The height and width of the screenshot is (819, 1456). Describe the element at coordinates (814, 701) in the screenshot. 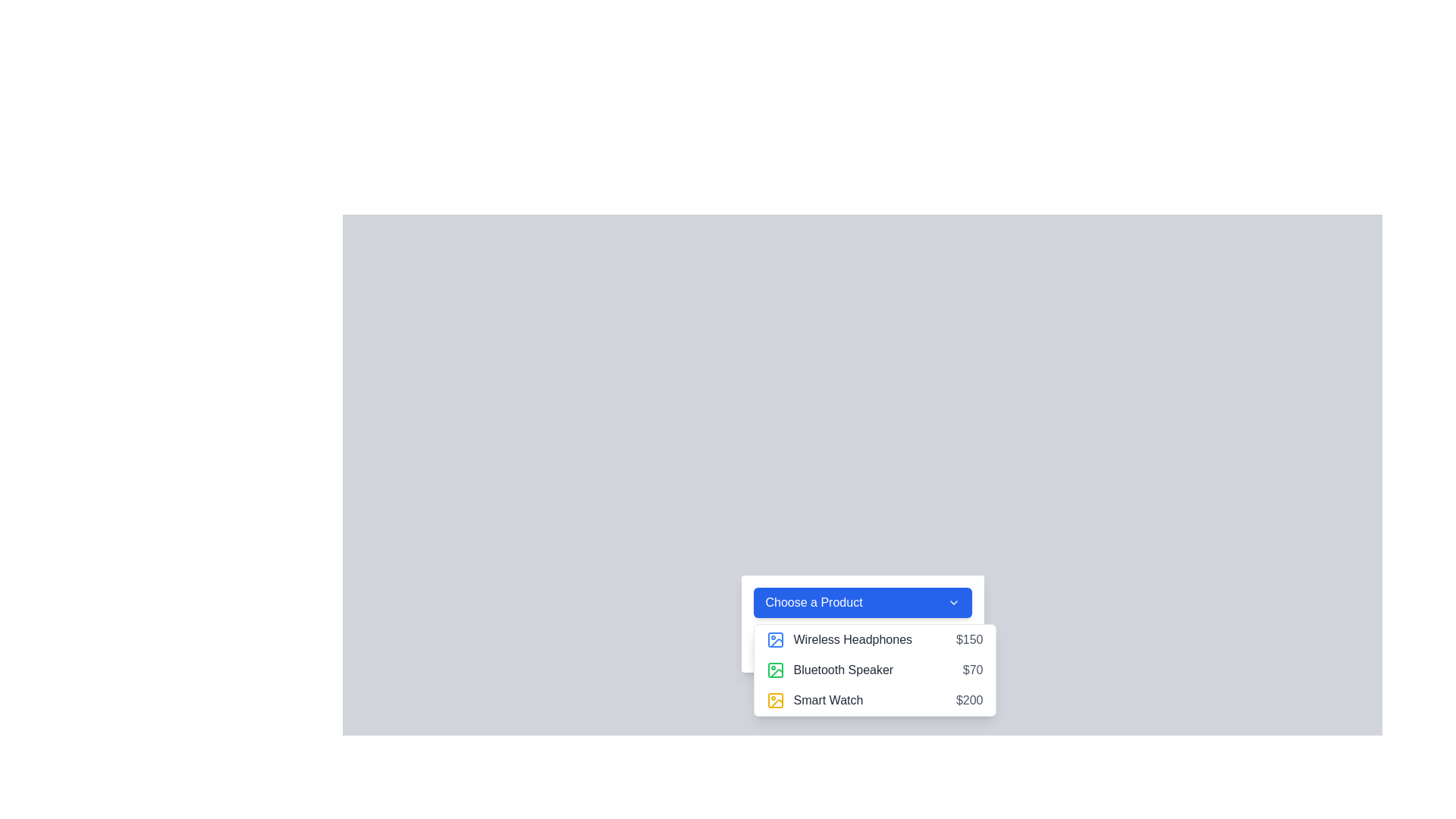

I see `the static text element labeled 'Smart Watch' with a yellow outlined icon to its left, located within the dropdown menu` at that location.